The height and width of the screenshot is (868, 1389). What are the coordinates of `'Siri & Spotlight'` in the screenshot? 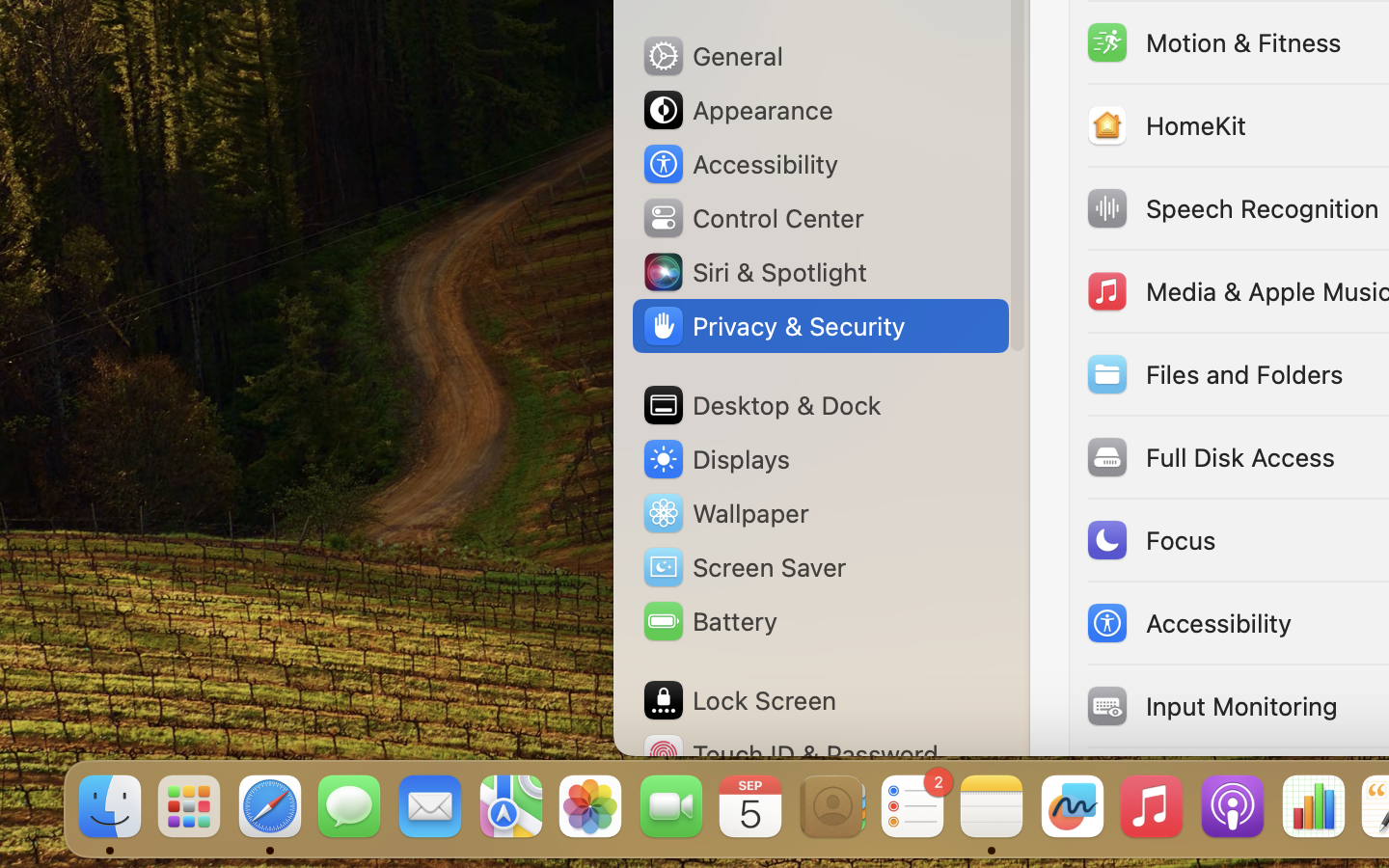 It's located at (753, 270).